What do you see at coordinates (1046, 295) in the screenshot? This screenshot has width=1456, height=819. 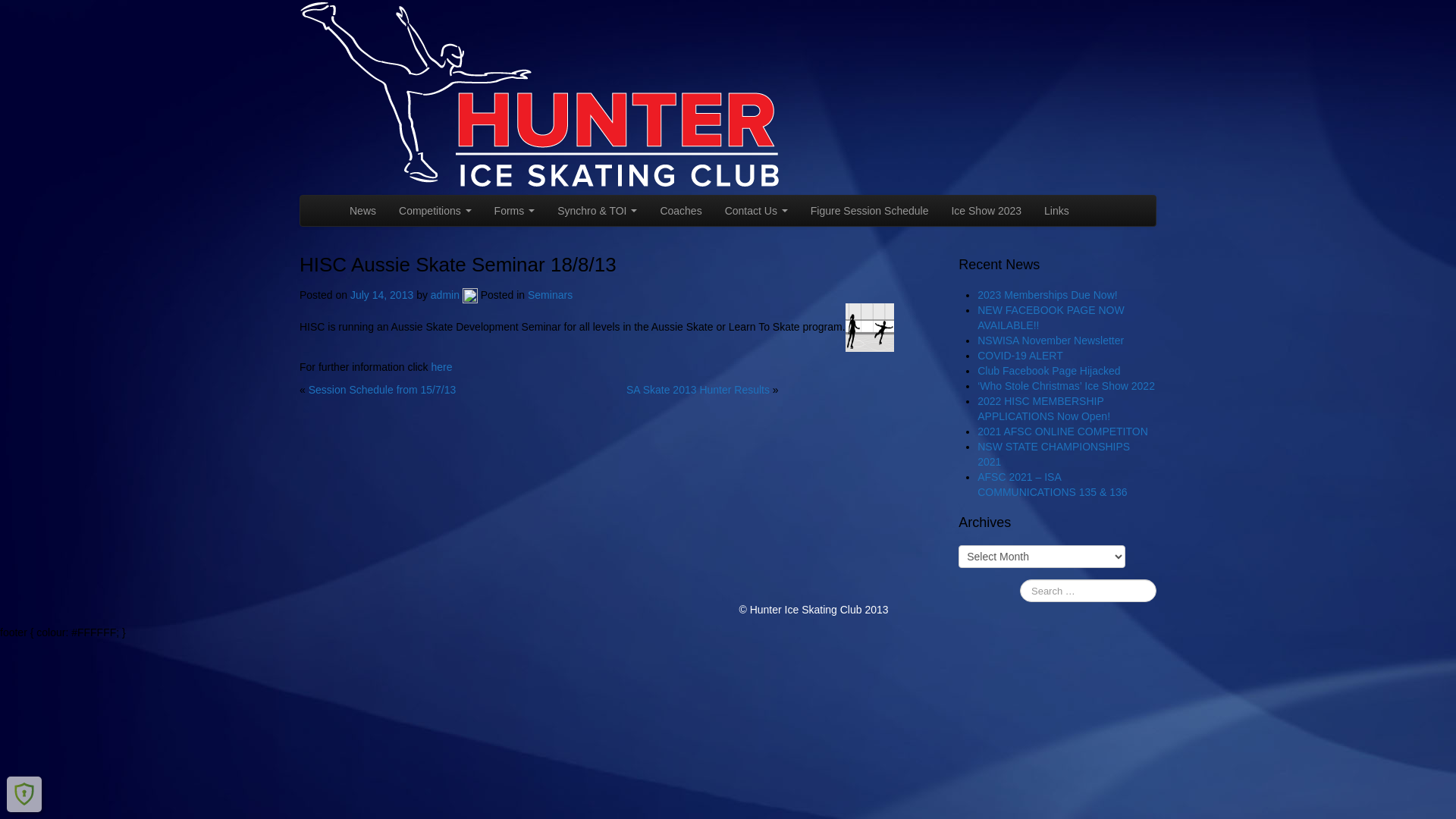 I see `'2023 Memberships Due Now!'` at bounding box center [1046, 295].